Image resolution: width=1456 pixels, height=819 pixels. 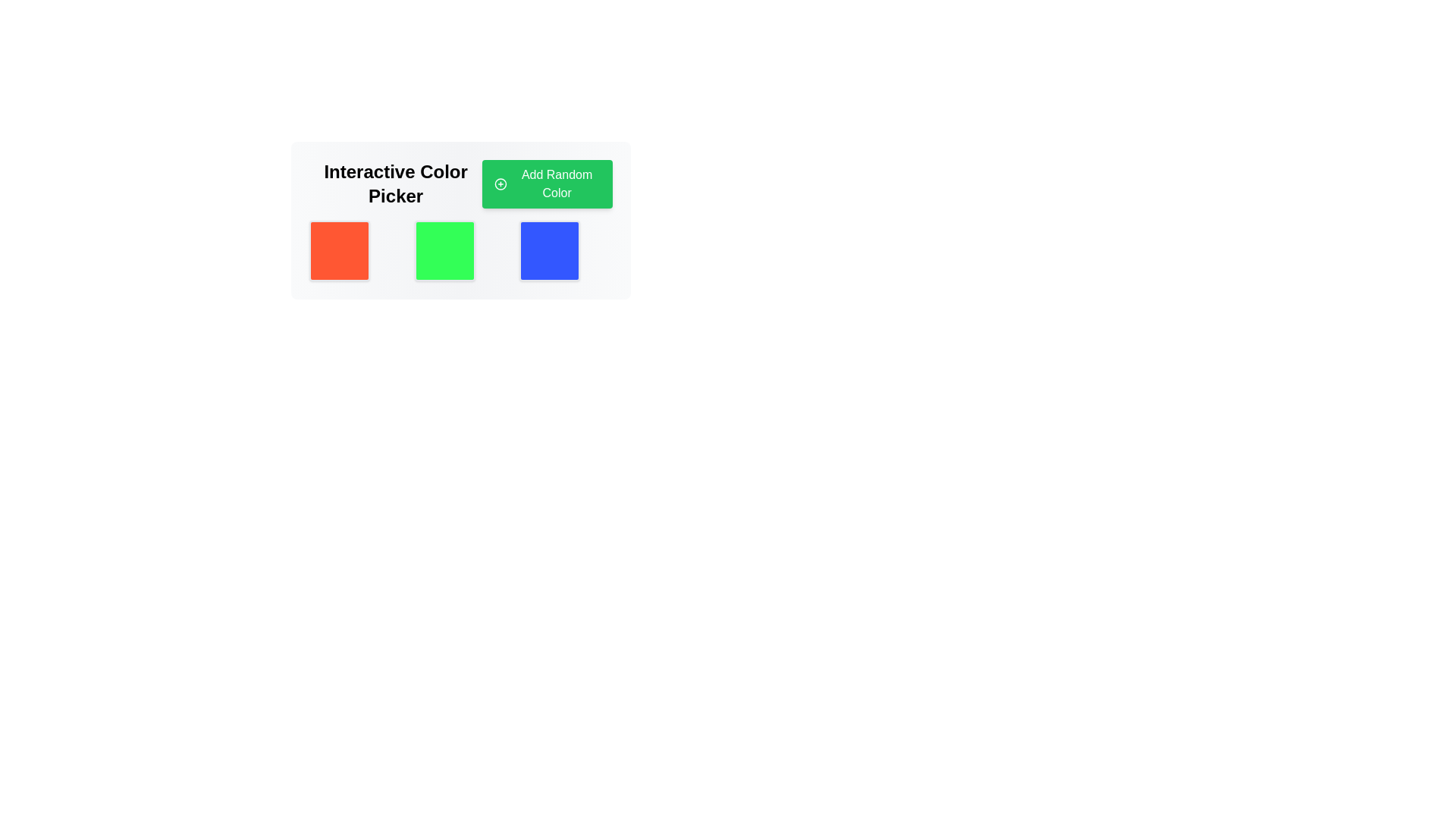 What do you see at coordinates (549, 250) in the screenshot?
I see `the blue square color block, which is the third element in the row of three squares in the 'Interactive Color Picker' section` at bounding box center [549, 250].